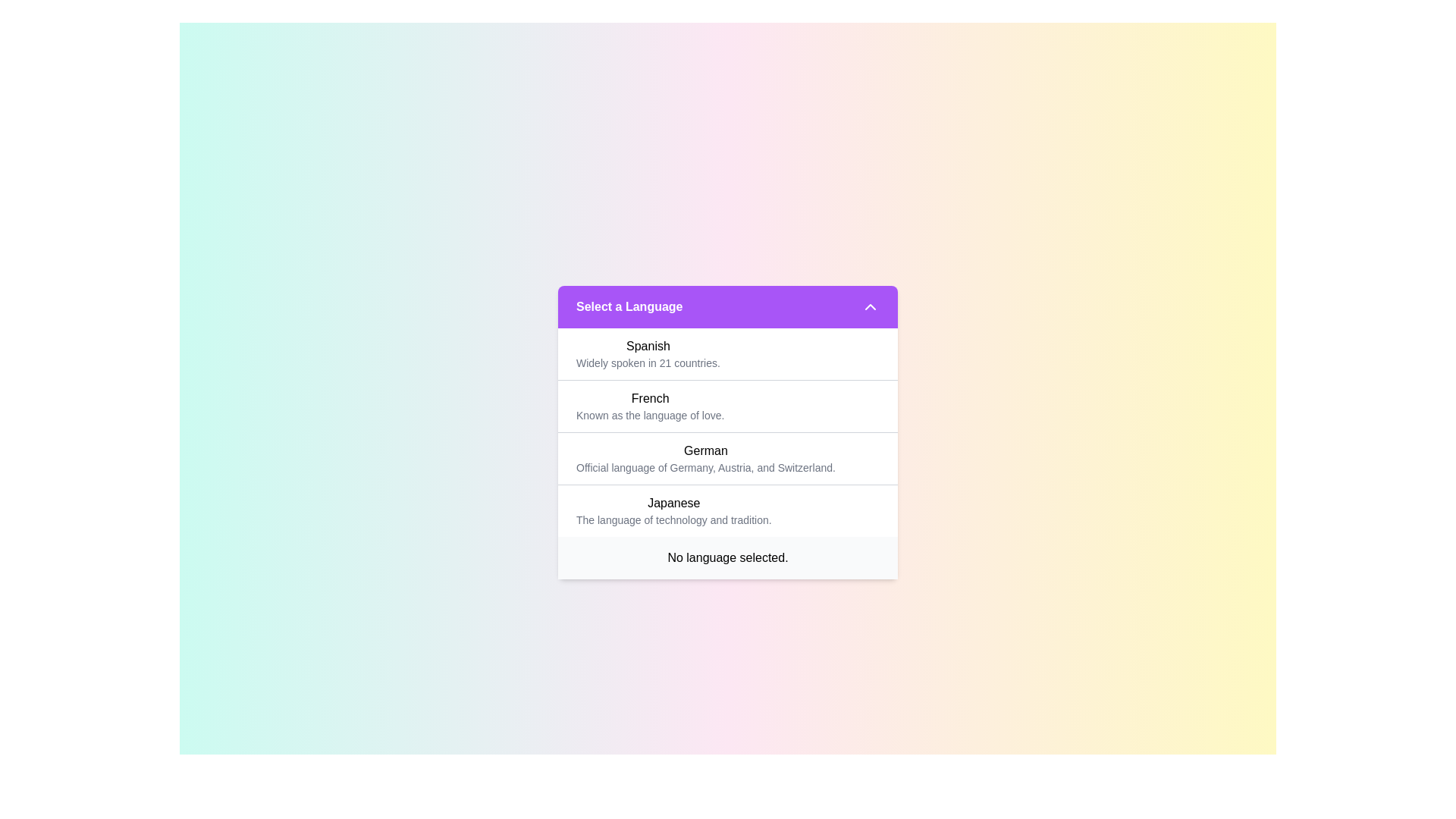  What do you see at coordinates (870, 306) in the screenshot?
I see `the Chevron icon located on the right-hand side of the 'Select a Language' section in the header with a purple background` at bounding box center [870, 306].